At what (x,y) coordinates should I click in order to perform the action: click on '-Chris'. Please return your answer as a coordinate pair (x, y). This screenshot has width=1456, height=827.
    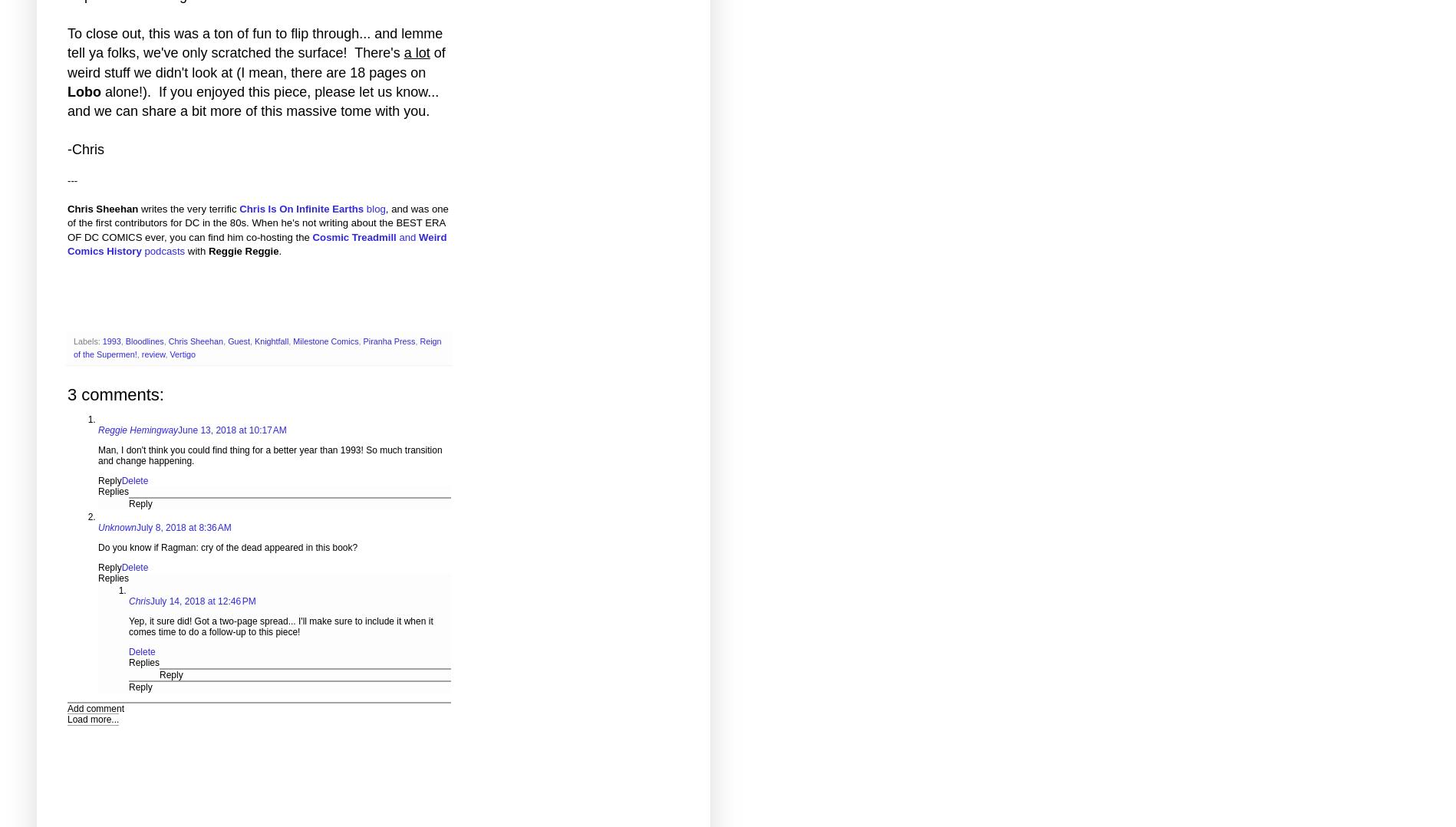
    Looking at the image, I should click on (85, 150).